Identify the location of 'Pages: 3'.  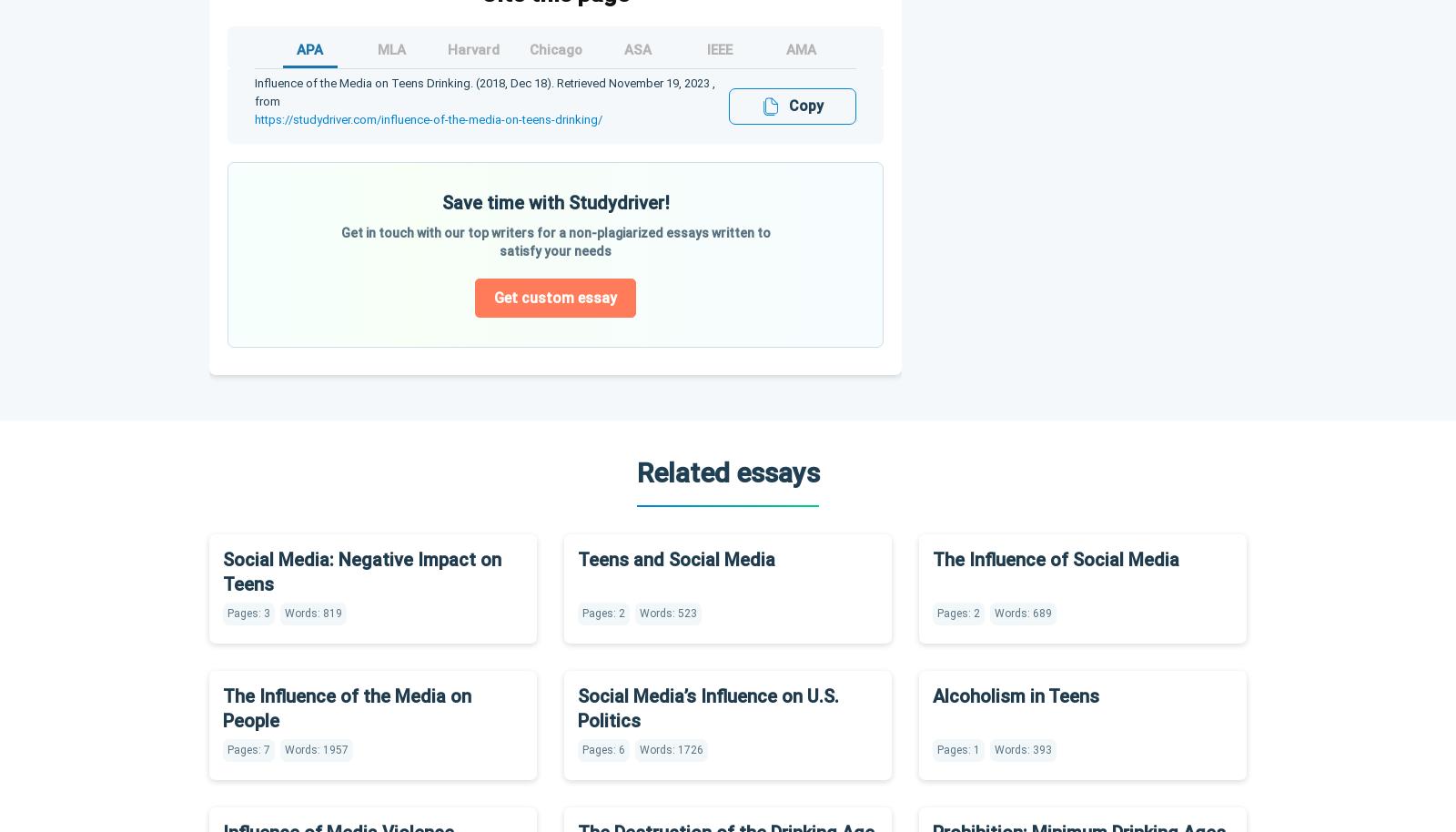
(248, 612).